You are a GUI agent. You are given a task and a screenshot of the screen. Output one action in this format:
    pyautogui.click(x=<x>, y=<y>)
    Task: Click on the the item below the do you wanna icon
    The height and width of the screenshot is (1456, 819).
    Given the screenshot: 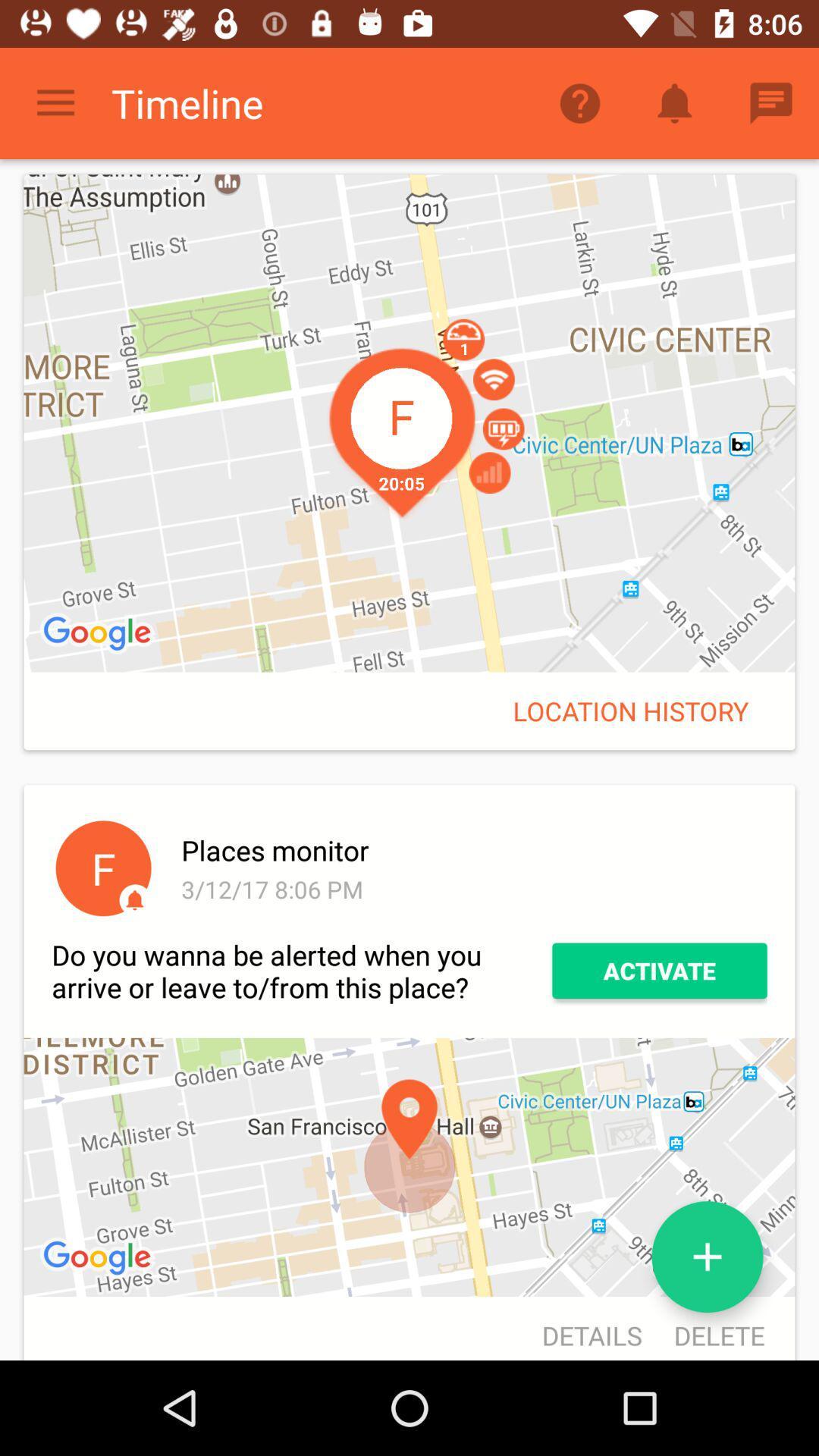 What is the action you would take?
    pyautogui.click(x=99, y=1259)
    